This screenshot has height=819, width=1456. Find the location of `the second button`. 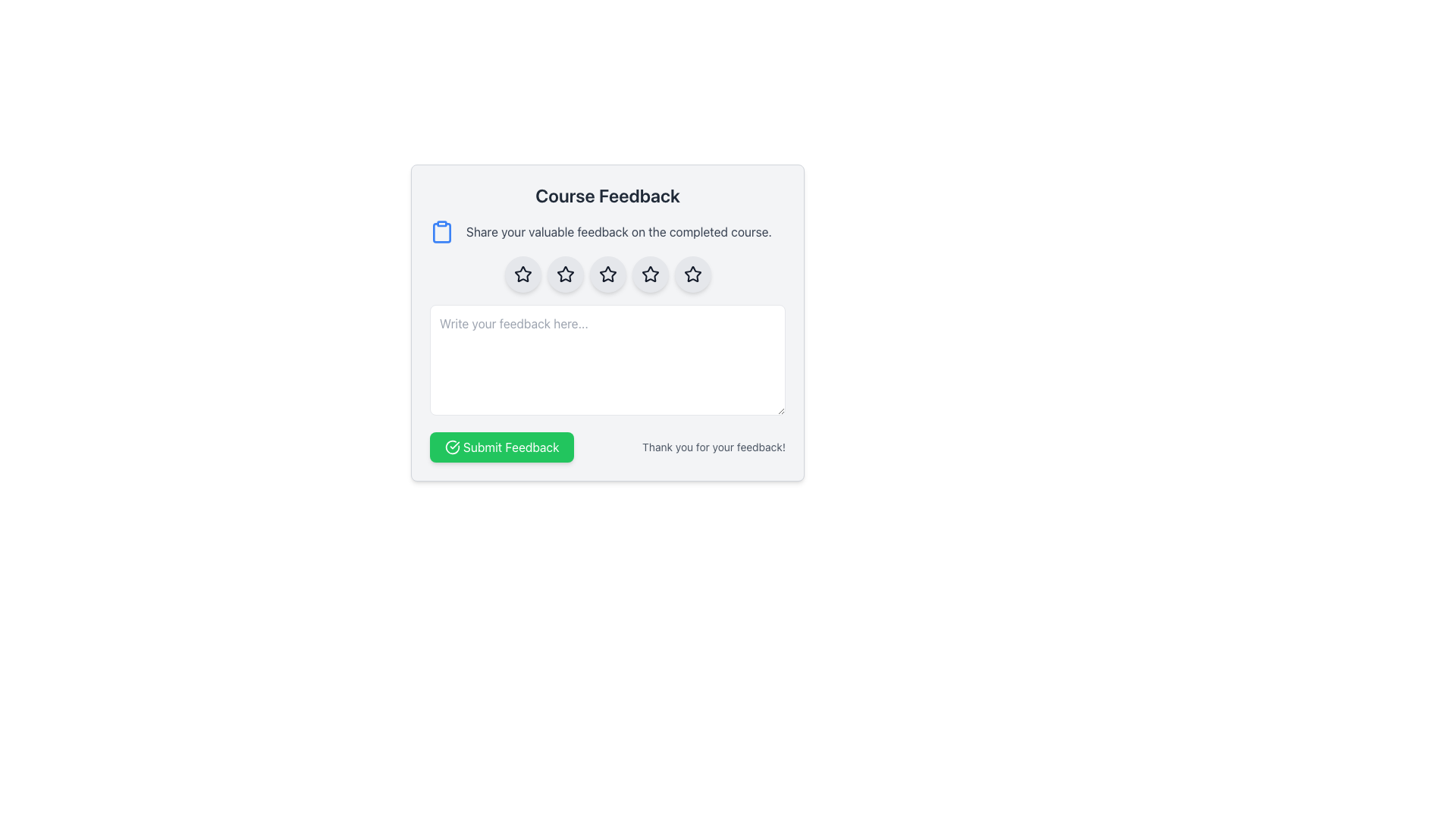

the second button is located at coordinates (564, 275).